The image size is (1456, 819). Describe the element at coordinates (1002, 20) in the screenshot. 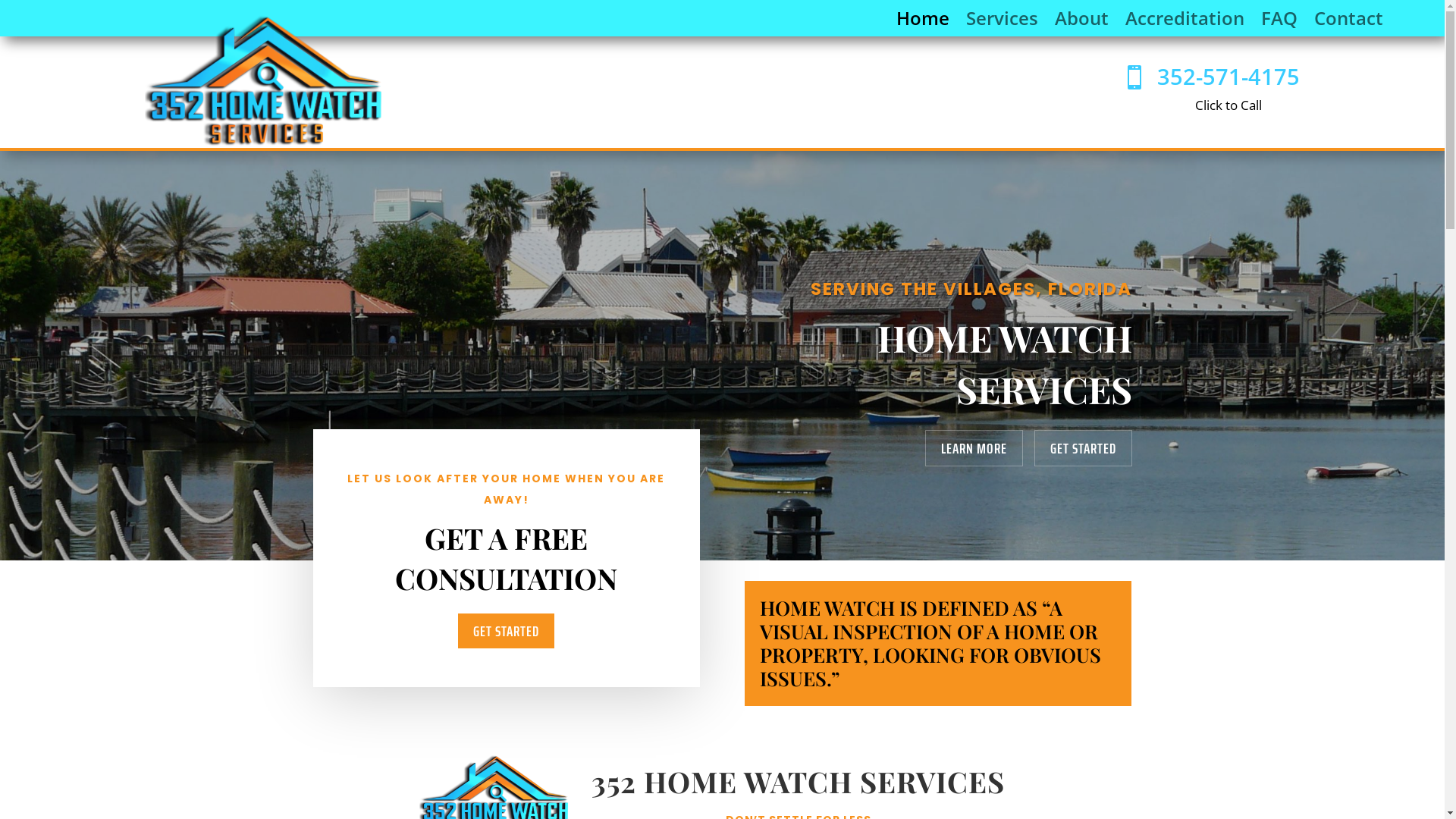

I see `'Services'` at that location.